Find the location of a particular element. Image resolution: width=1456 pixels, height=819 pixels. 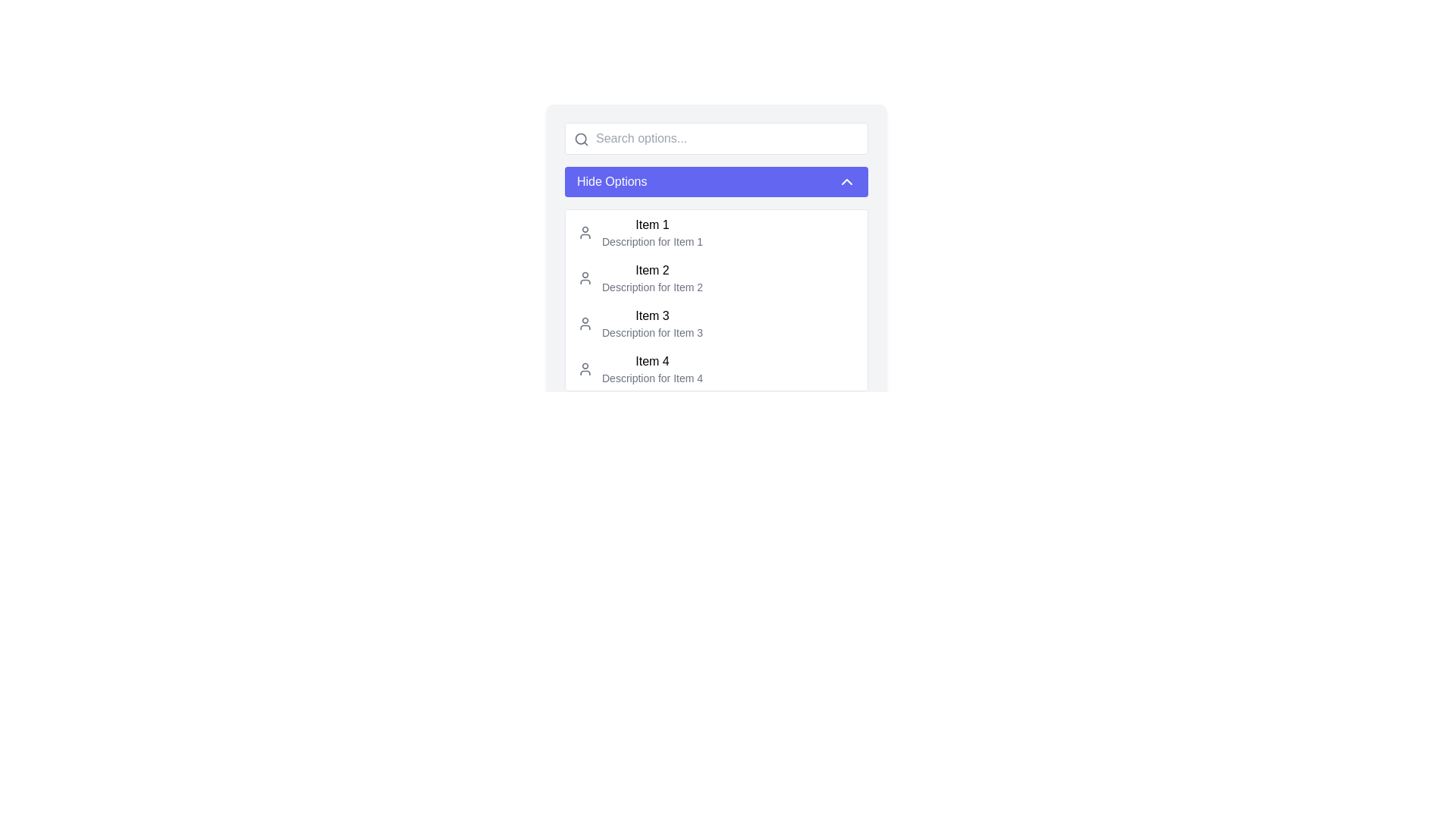

the user silhouette icon located in the second list item, which precedes the text 'Item 2' and 'Description for Item 2.' is located at coordinates (585, 278).